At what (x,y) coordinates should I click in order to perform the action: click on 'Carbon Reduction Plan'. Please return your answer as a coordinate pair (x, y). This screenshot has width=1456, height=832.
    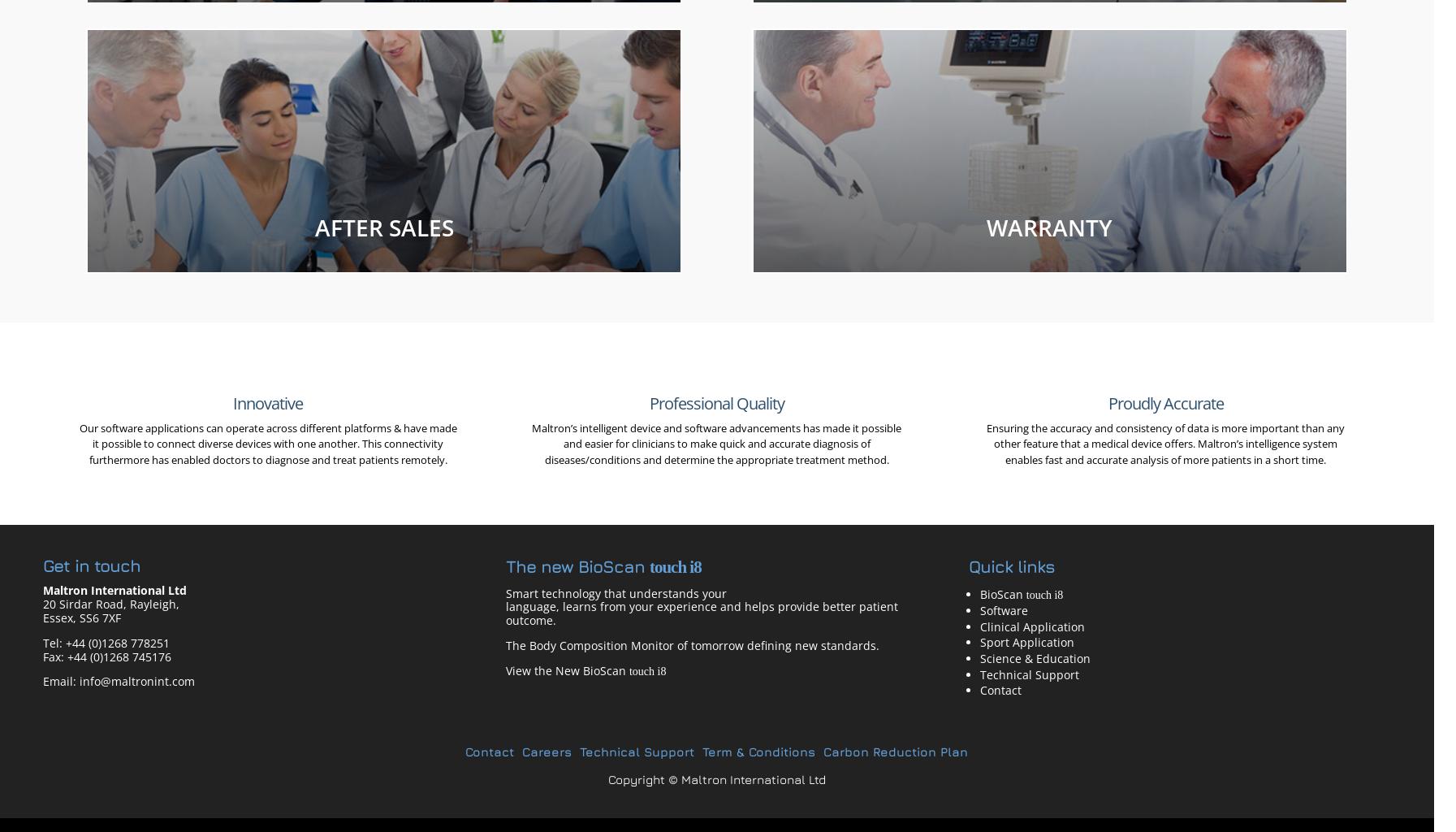
    Looking at the image, I should click on (896, 750).